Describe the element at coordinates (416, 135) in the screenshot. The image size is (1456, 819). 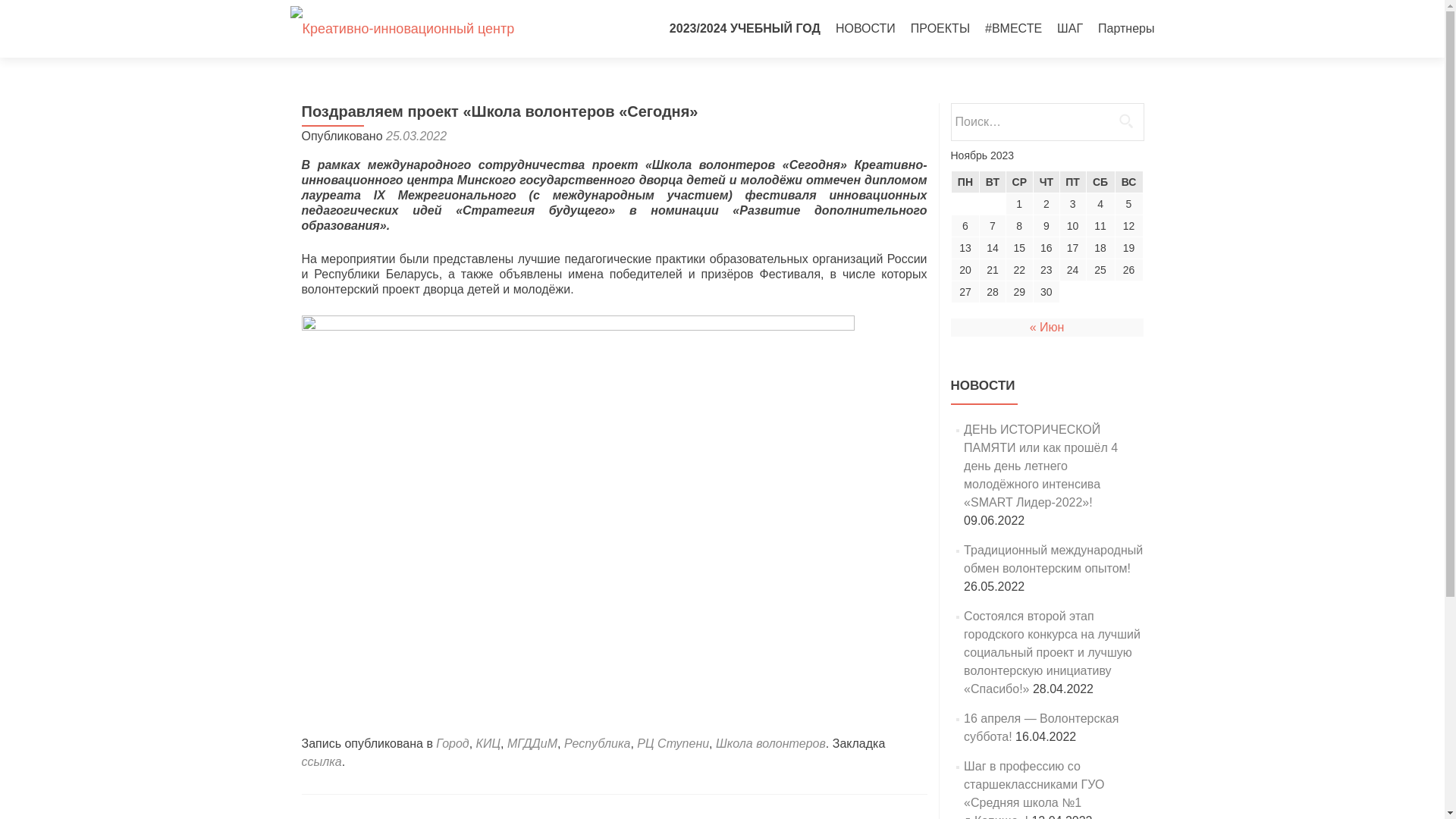
I see `'25.03.2022'` at that location.